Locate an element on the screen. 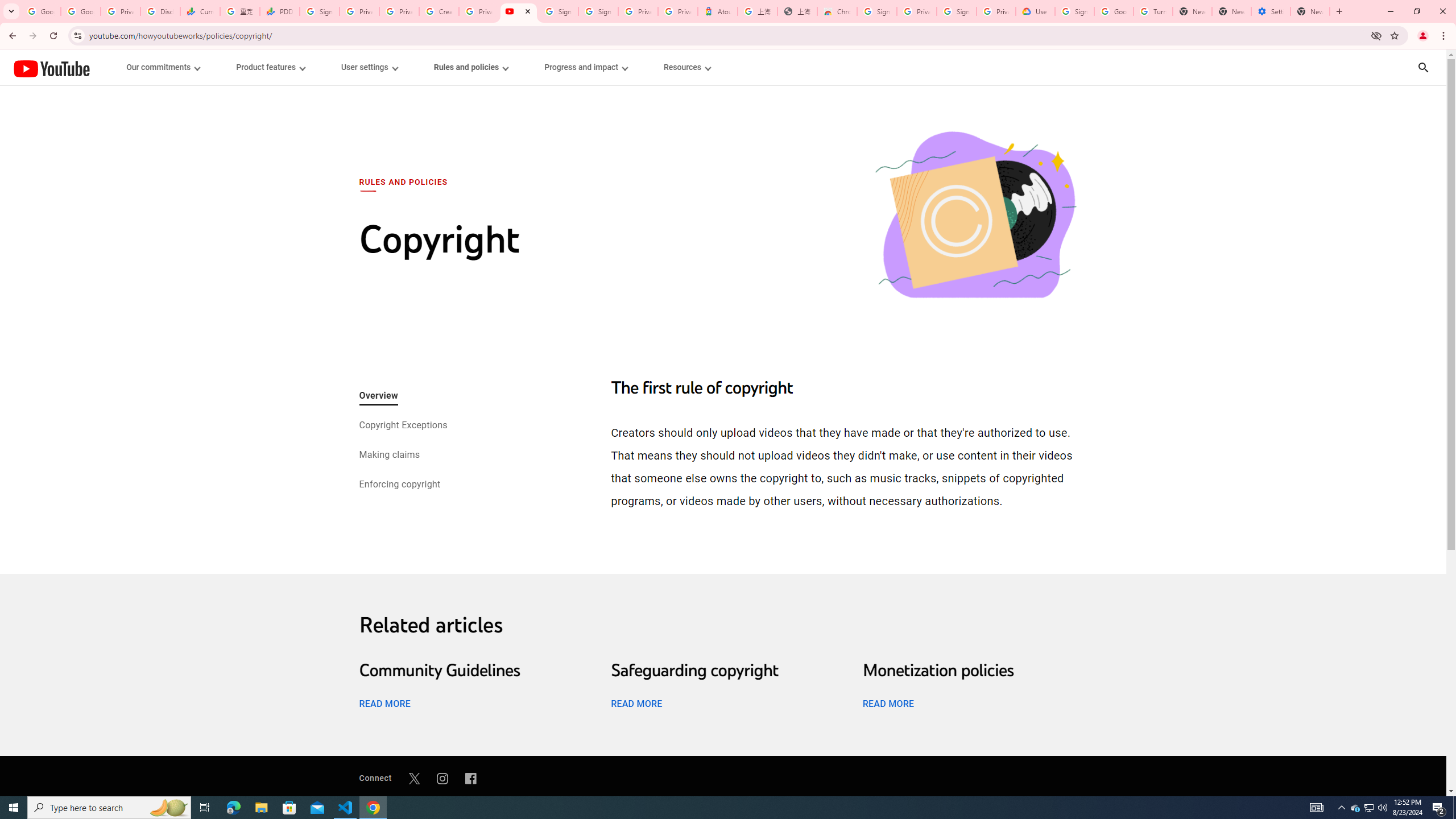  'Turn cookies on or off - Computer - Google Account Help' is located at coordinates (1152, 11).